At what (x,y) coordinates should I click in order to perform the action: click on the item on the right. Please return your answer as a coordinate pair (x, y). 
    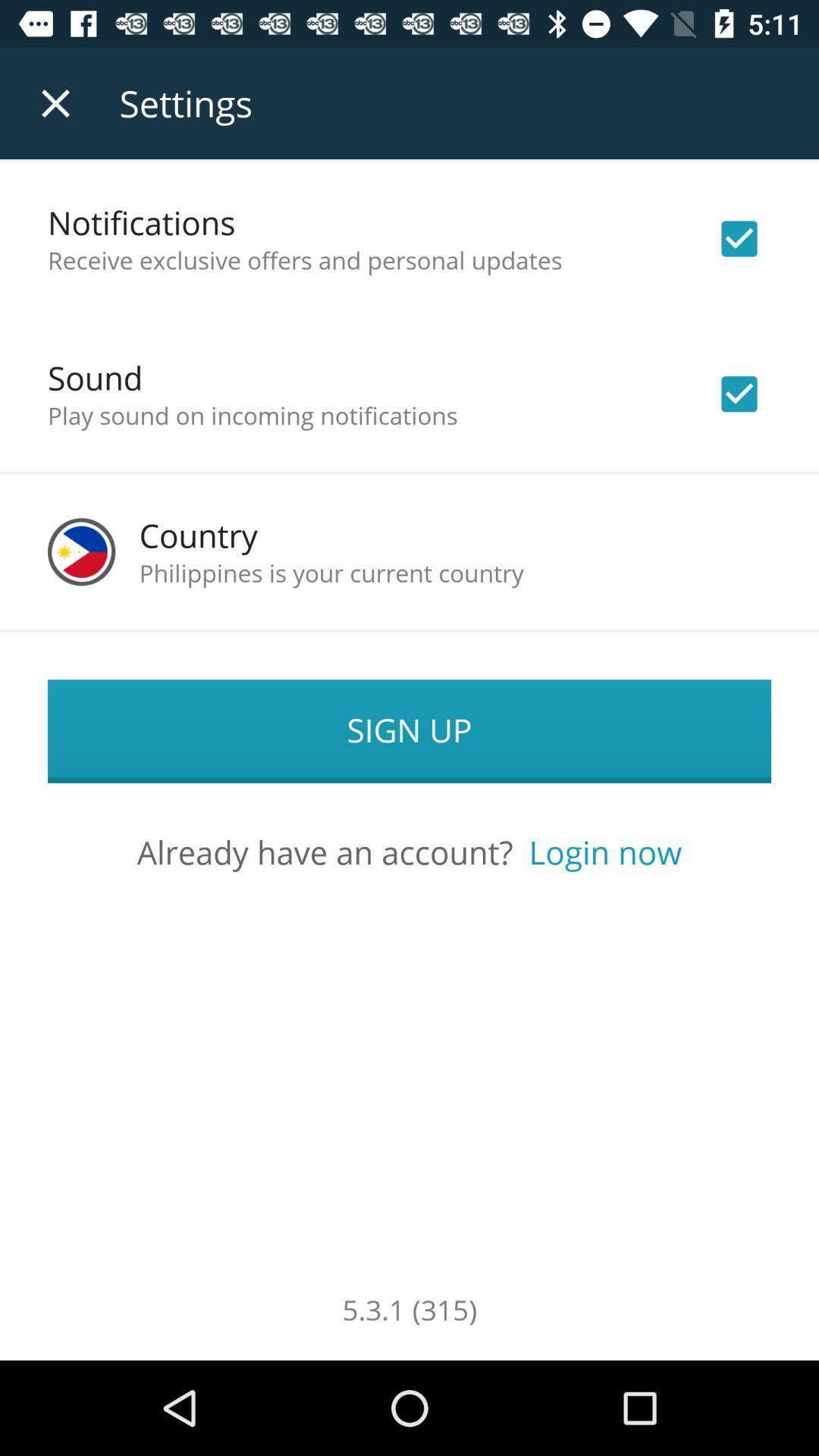
    Looking at the image, I should click on (604, 852).